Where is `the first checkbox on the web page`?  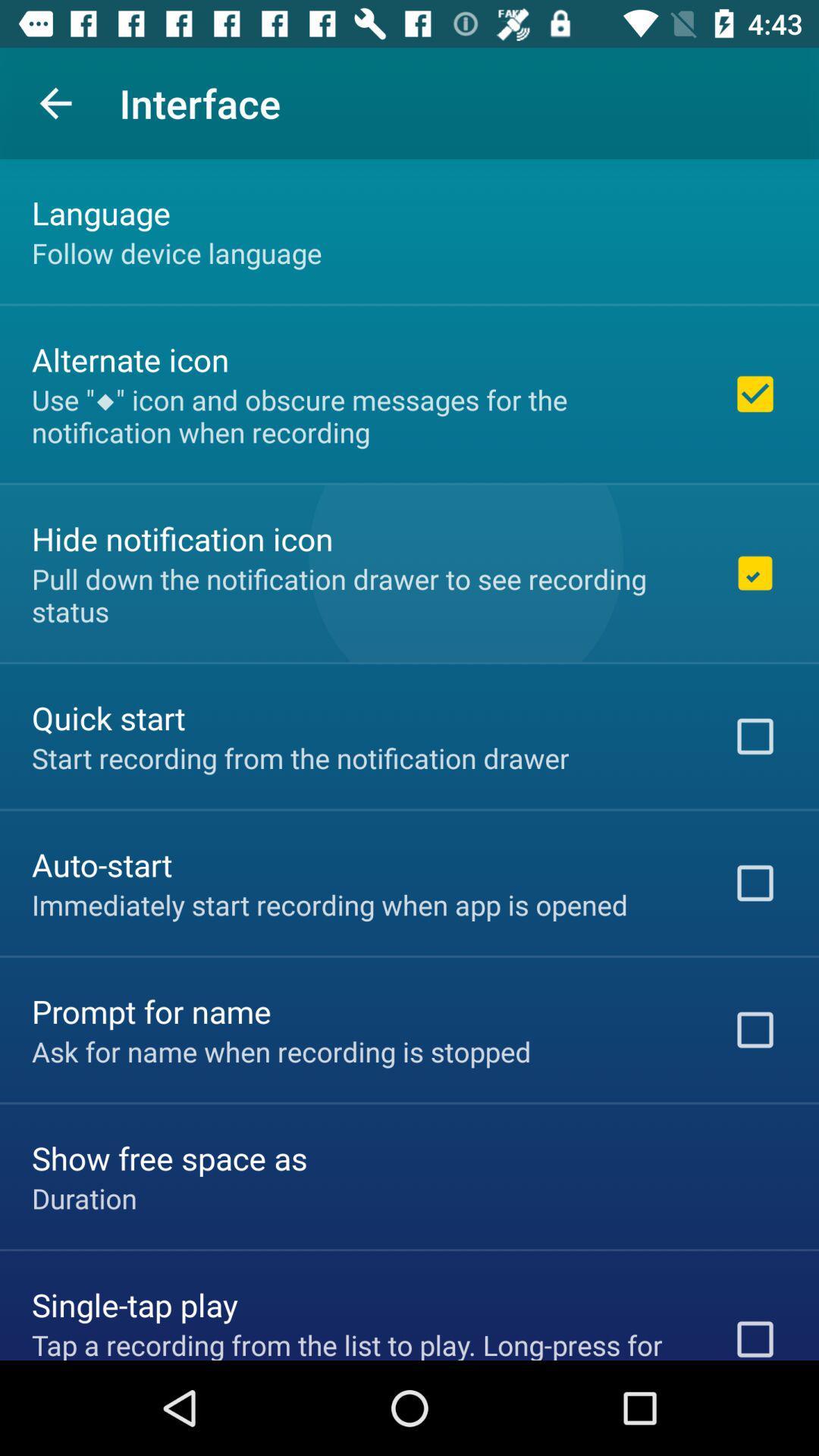 the first checkbox on the web page is located at coordinates (755, 394).